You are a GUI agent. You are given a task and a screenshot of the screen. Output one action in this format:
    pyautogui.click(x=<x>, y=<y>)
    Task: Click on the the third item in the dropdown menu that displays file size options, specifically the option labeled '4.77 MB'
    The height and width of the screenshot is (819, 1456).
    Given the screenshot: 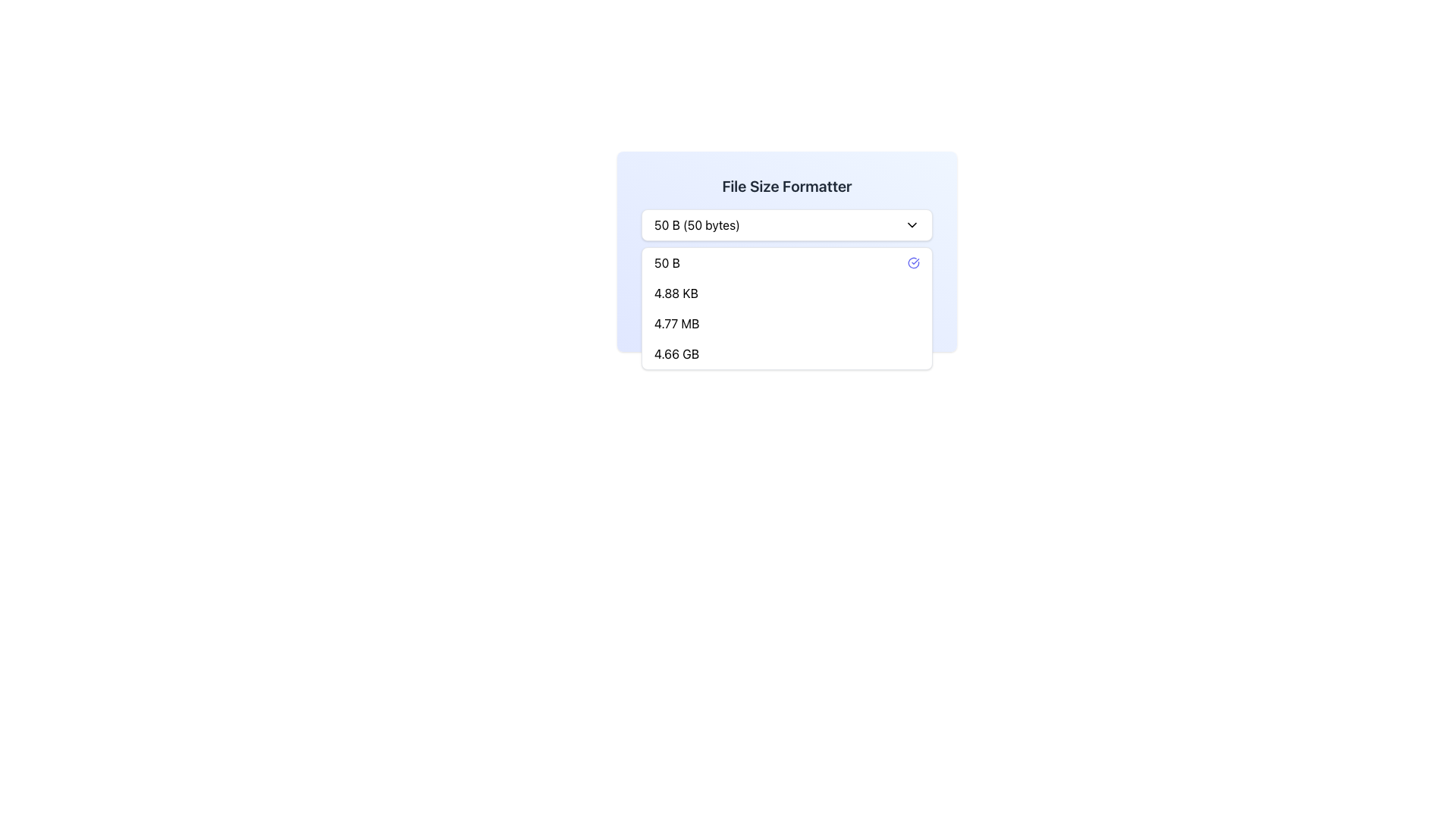 What is the action you would take?
    pyautogui.click(x=786, y=308)
    